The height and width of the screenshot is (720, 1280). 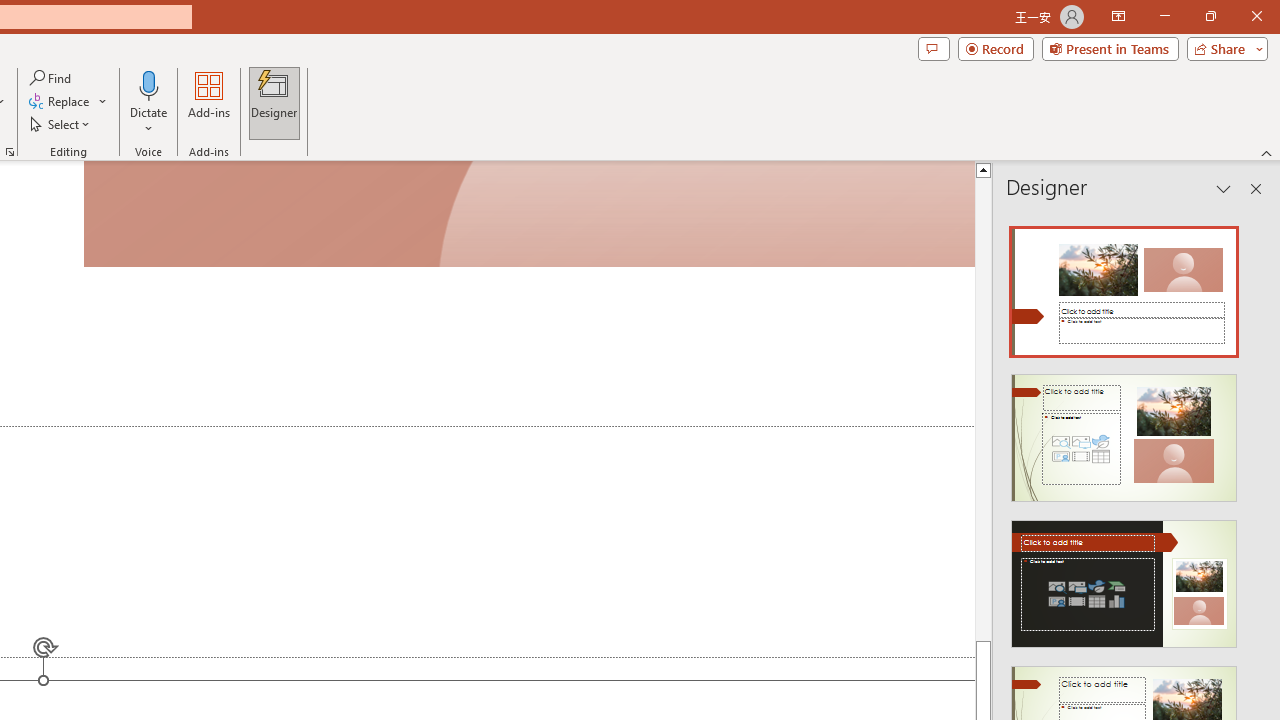 I want to click on 'Replace...', so click(x=60, y=101).